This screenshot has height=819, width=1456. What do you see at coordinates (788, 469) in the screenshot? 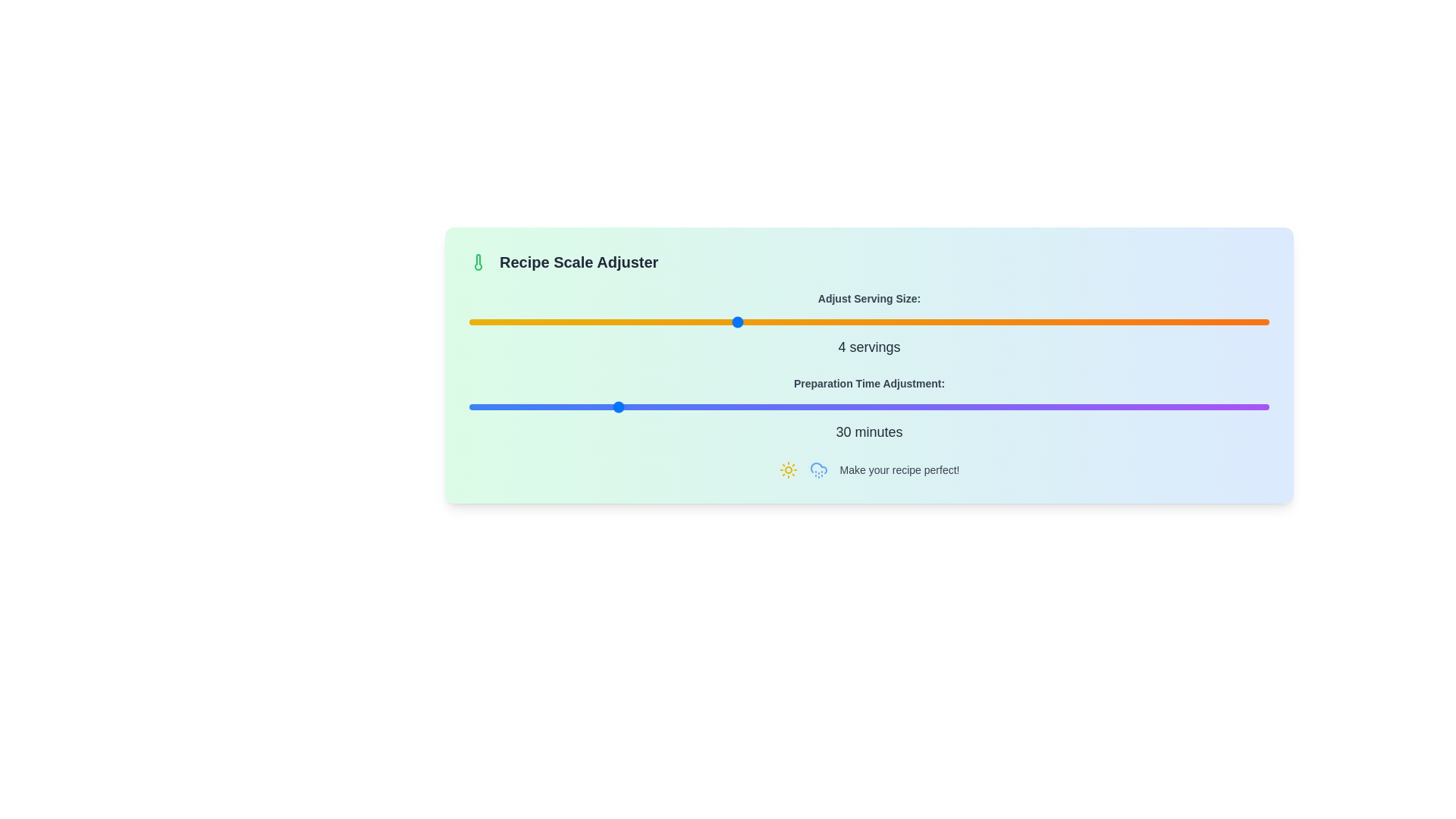
I see `the decorative sunny icon located at the bottom of the card, which is the first icon in the sequence before the cloud icon with raindrops` at bounding box center [788, 469].